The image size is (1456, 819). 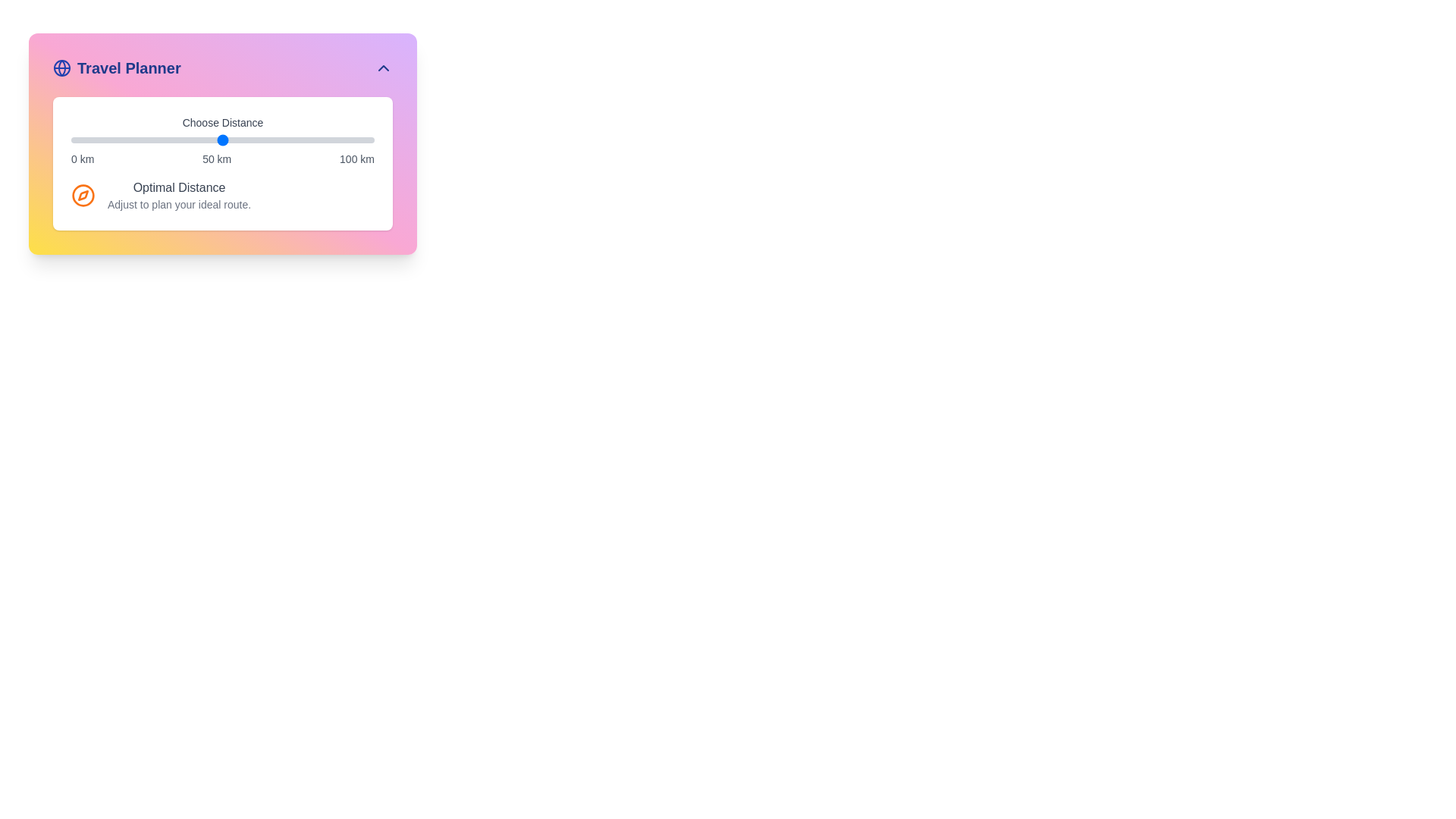 What do you see at coordinates (280, 140) in the screenshot?
I see `the distance slider` at bounding box center [280, 140].